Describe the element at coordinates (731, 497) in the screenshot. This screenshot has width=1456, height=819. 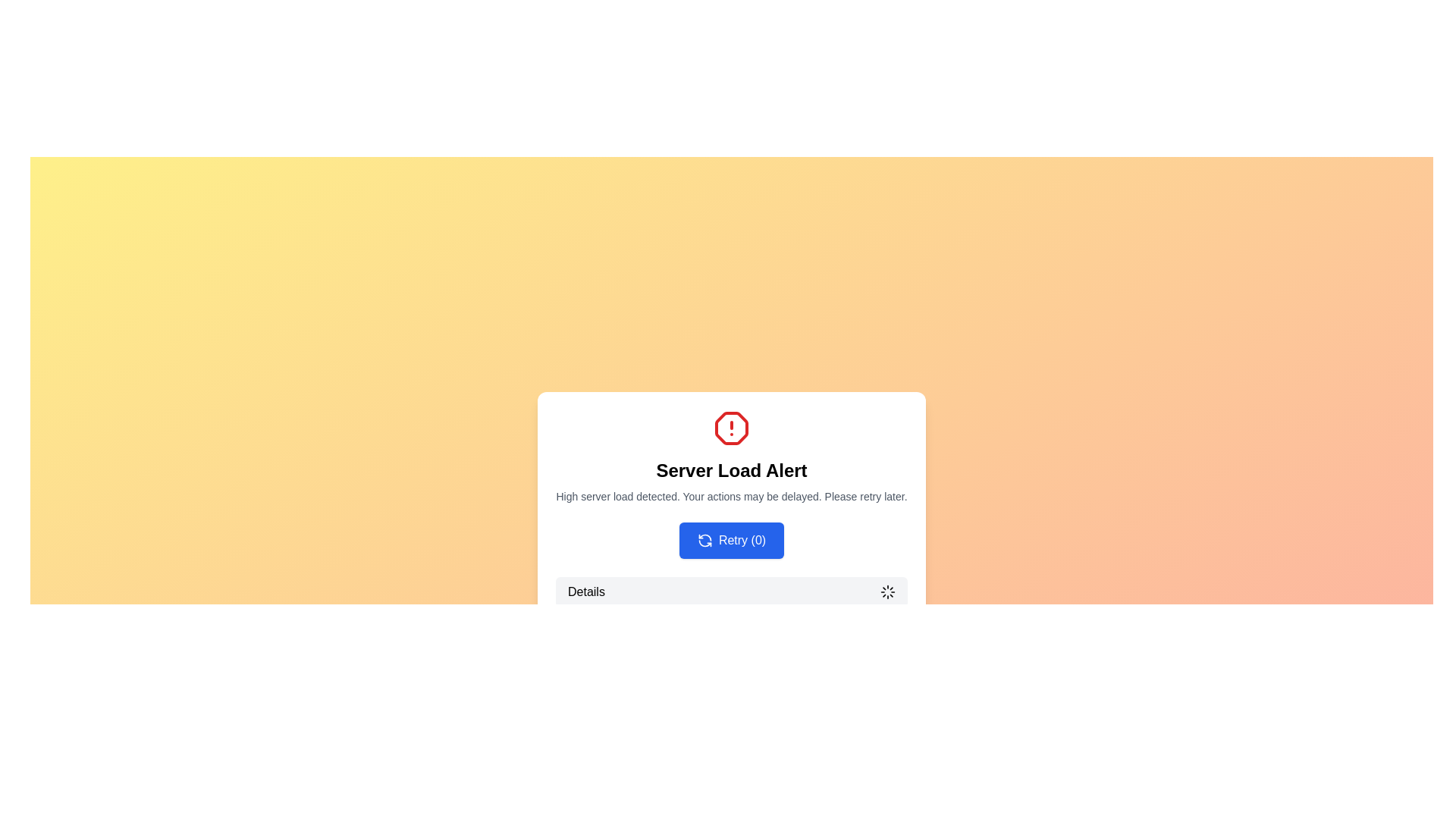
I see `the static text that delivers a cautionary message about potential delays in service due to high server load, positioned below the 'Server Load Alert' message` at that location.